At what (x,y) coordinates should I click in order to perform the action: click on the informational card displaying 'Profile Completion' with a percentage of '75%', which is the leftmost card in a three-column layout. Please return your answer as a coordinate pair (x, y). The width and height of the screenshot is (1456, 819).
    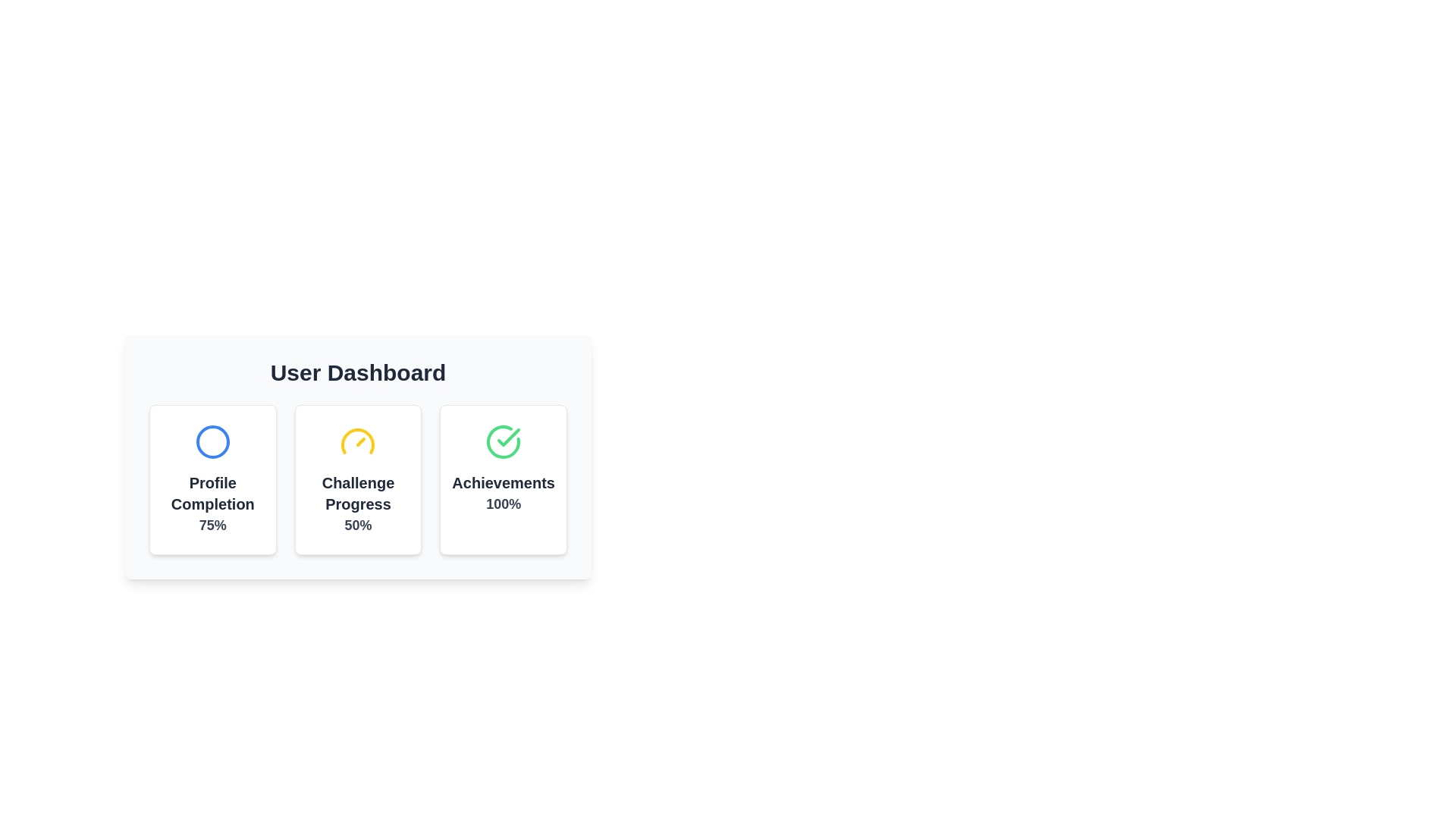
    Looking at the image, I should click on (212, 479).